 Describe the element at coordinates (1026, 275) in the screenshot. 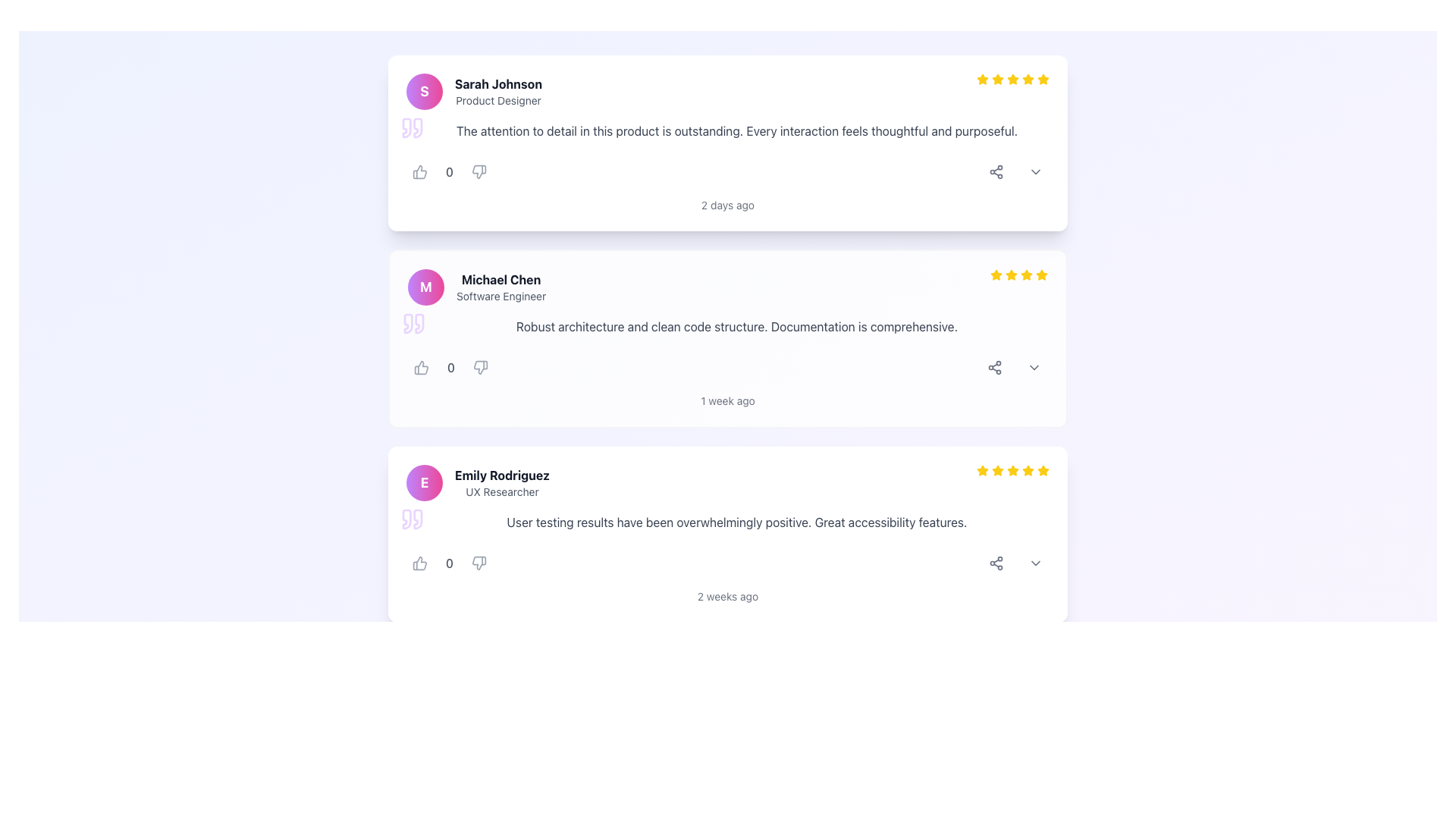

I see `the fourth yellow star icon in the rating system located in the top-right corner of the user feedback card` at that location.